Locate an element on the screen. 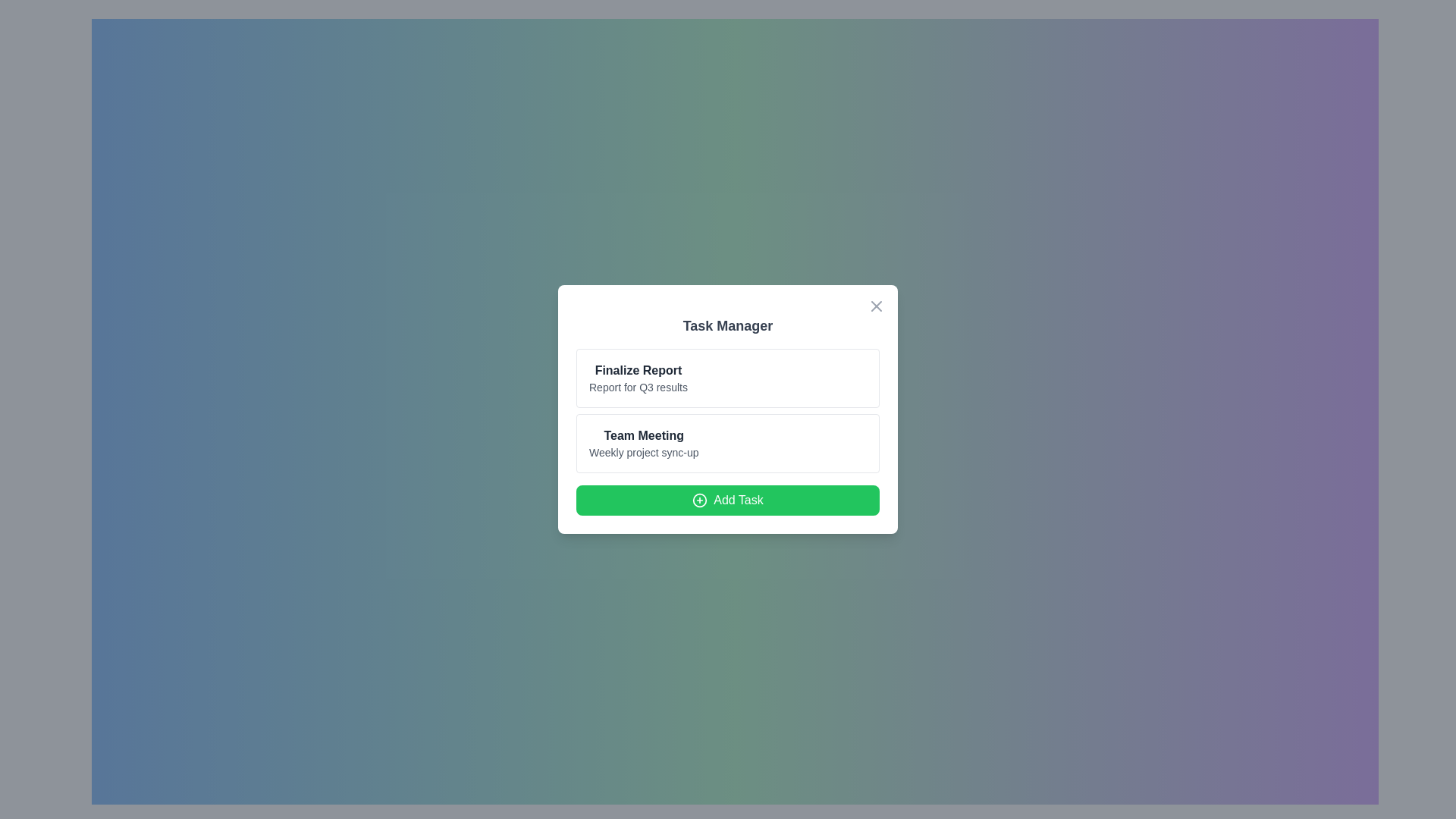  the title text in the 'Task Manager' card, which is positioned above the 'Report for Q3 results' line is located at coordinates (638, 371).